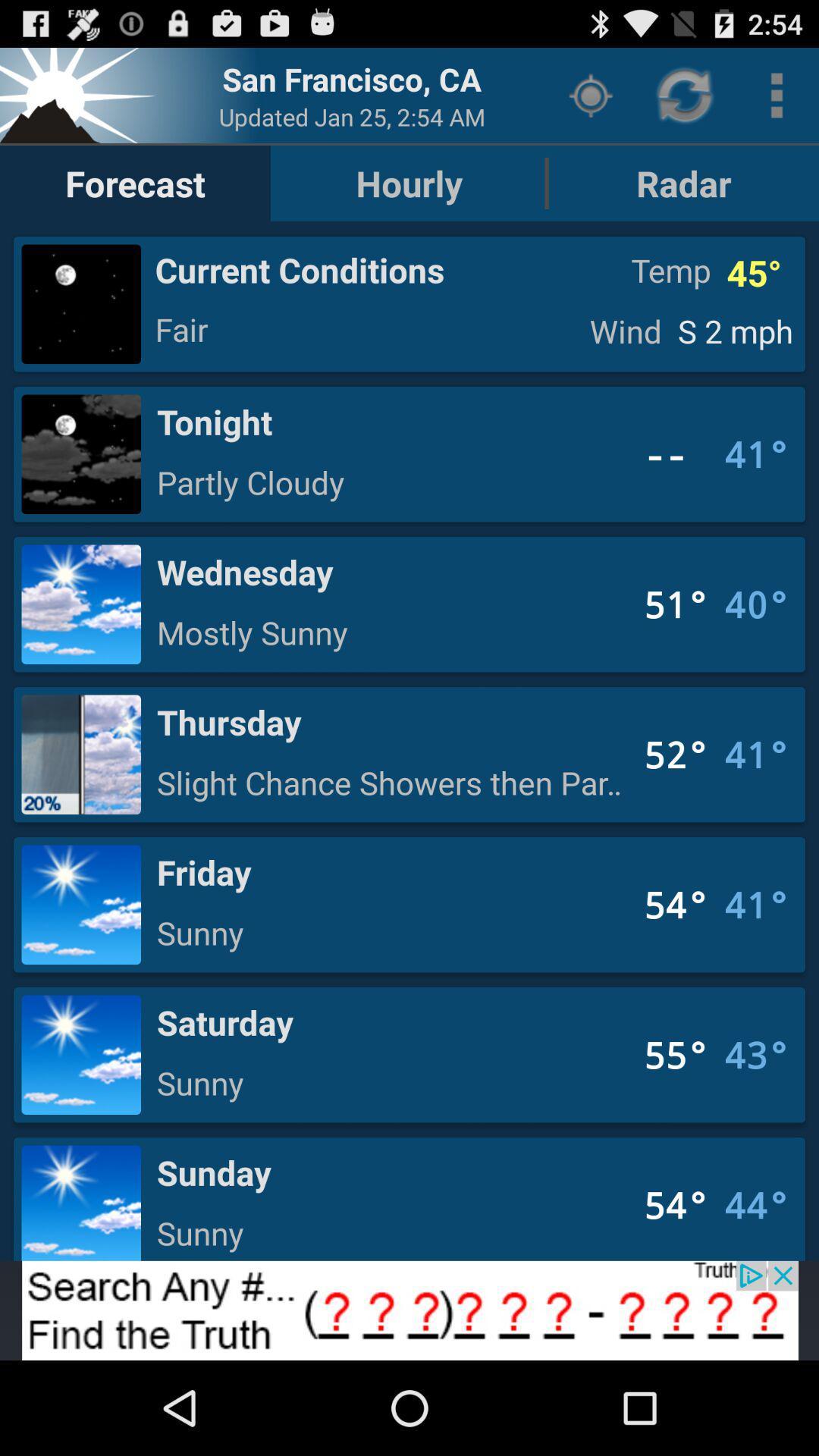 The width and height of the screenshot is (819, 1456). Describe the element at coordinates (409, 1310) in the screenshot. I see `announcement` at that location.